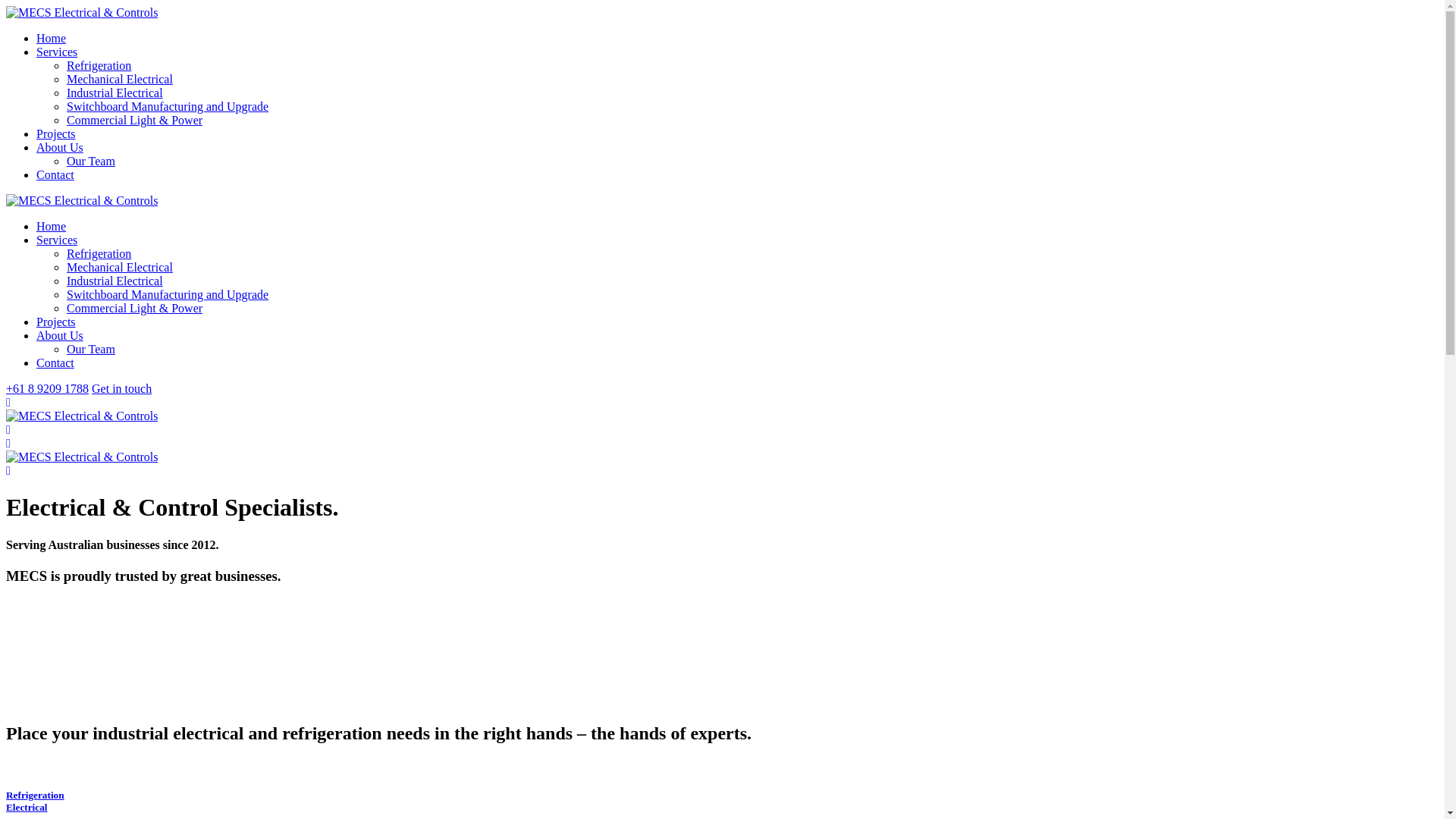 The height and width of the screenshot is (819, 1456). I want to click on 'Mechanical Electrical', so click(119, 79).